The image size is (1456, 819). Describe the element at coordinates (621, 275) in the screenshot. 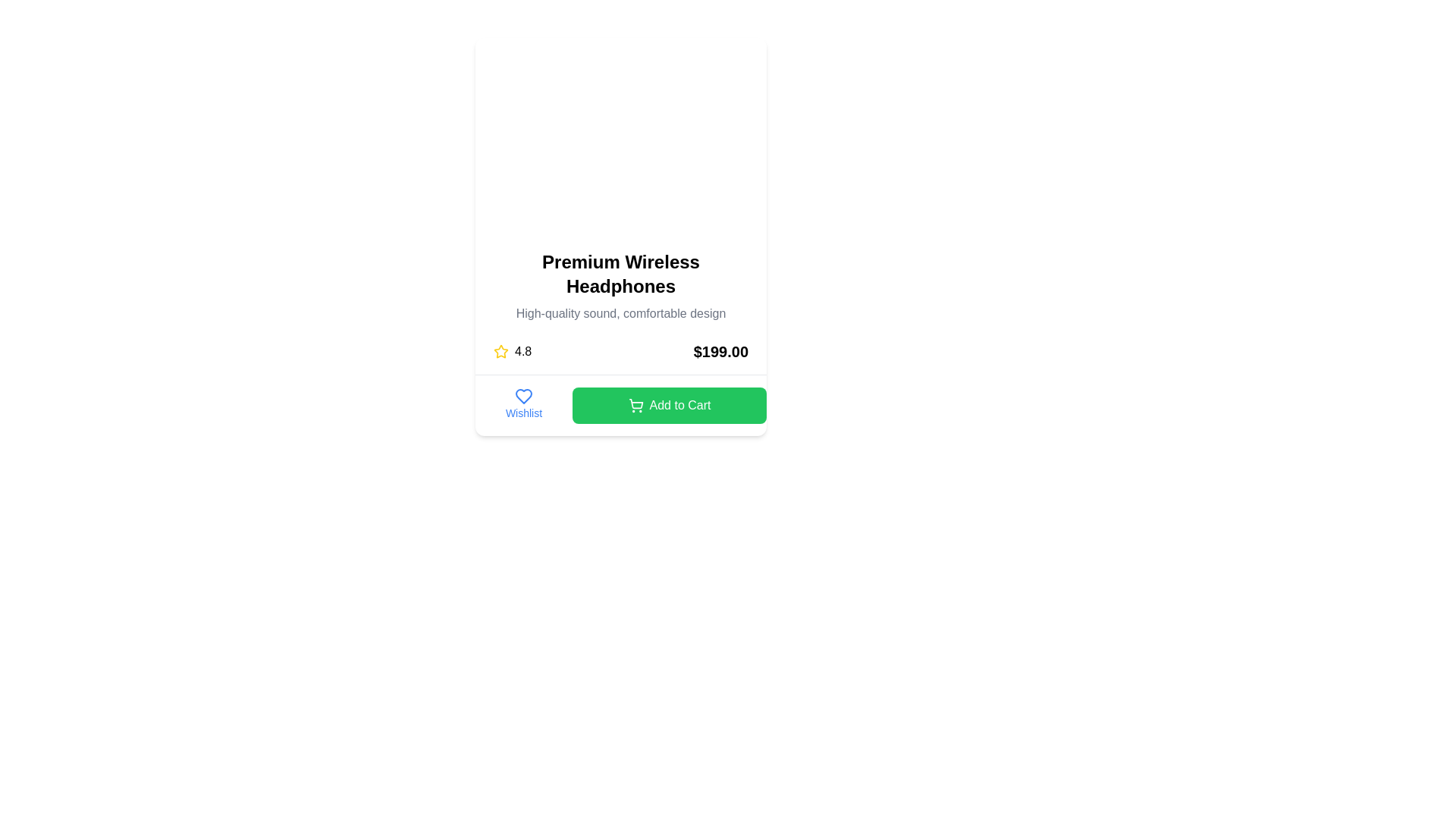

I see `product title displayed in the text label located at the center of the upper section of the product card, directly above the descriptive text 'High-quality sound, comfortable design'` at that location.